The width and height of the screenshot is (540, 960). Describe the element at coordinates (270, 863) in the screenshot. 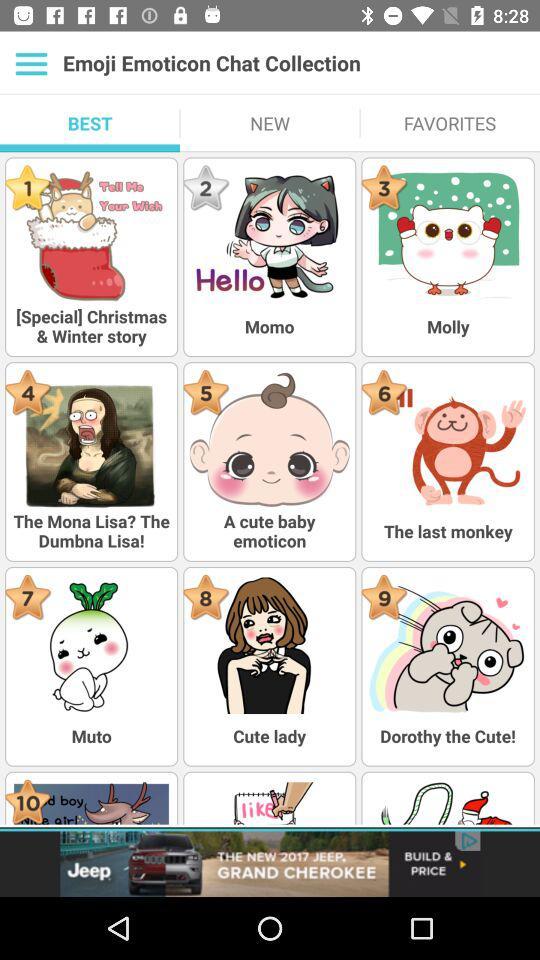

I see `advertisement about grand cherokee` at that location.